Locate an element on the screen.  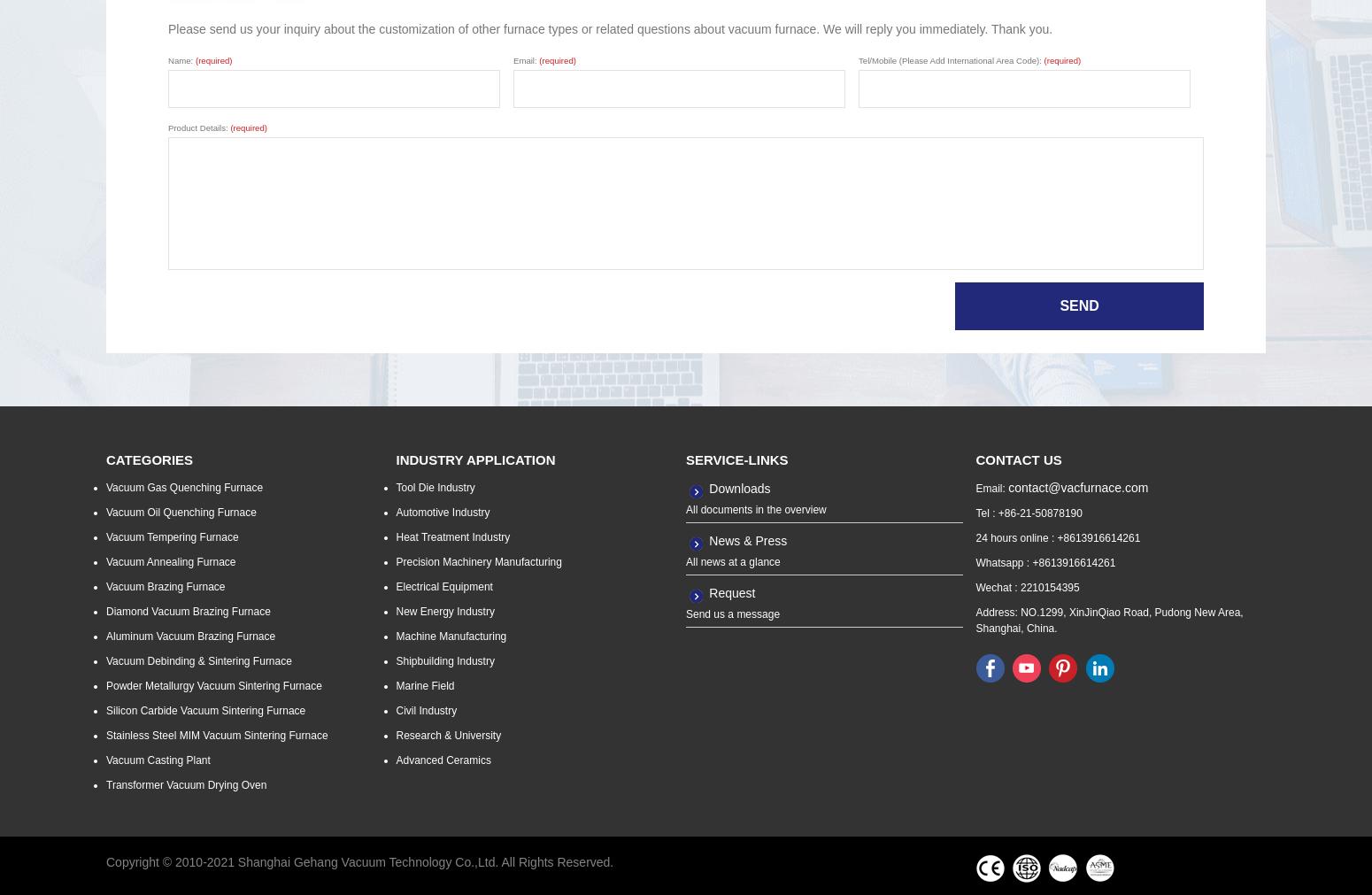
'Whatsapp : +8613916614261' is located at coordinates (1044, 562).